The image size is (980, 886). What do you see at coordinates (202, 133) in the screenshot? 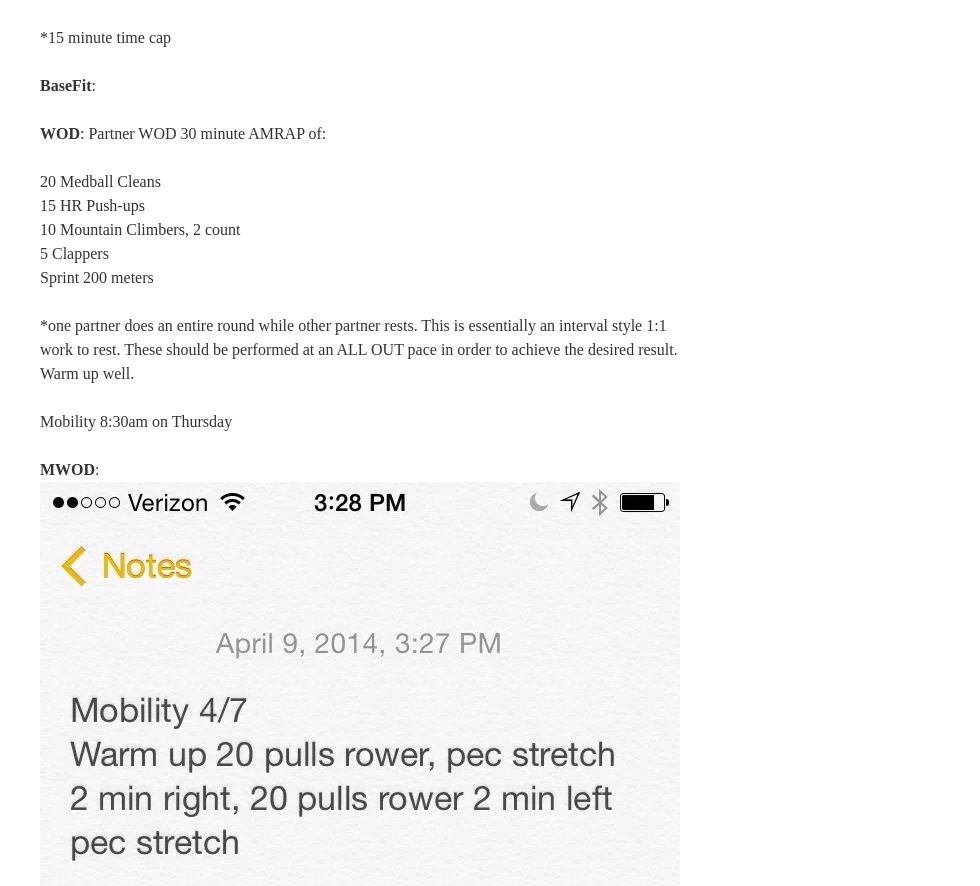
I see `': Partner WOD 30 minute AMRAP of:'` at bounding box center [202, 133].